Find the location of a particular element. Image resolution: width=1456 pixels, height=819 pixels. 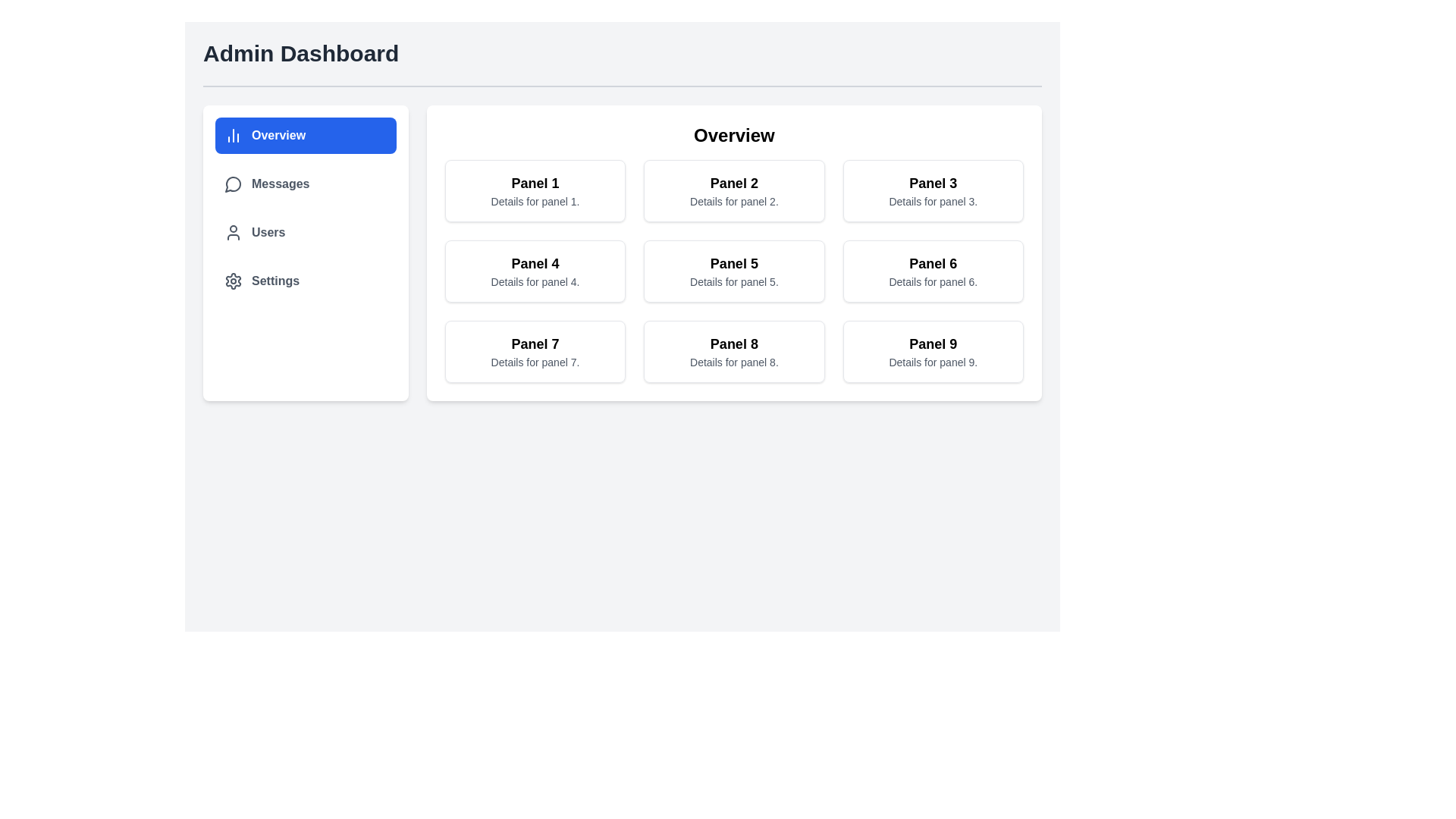

the 'Settings' link in the Navigation Sidebar is located at coordinates (305, 253).